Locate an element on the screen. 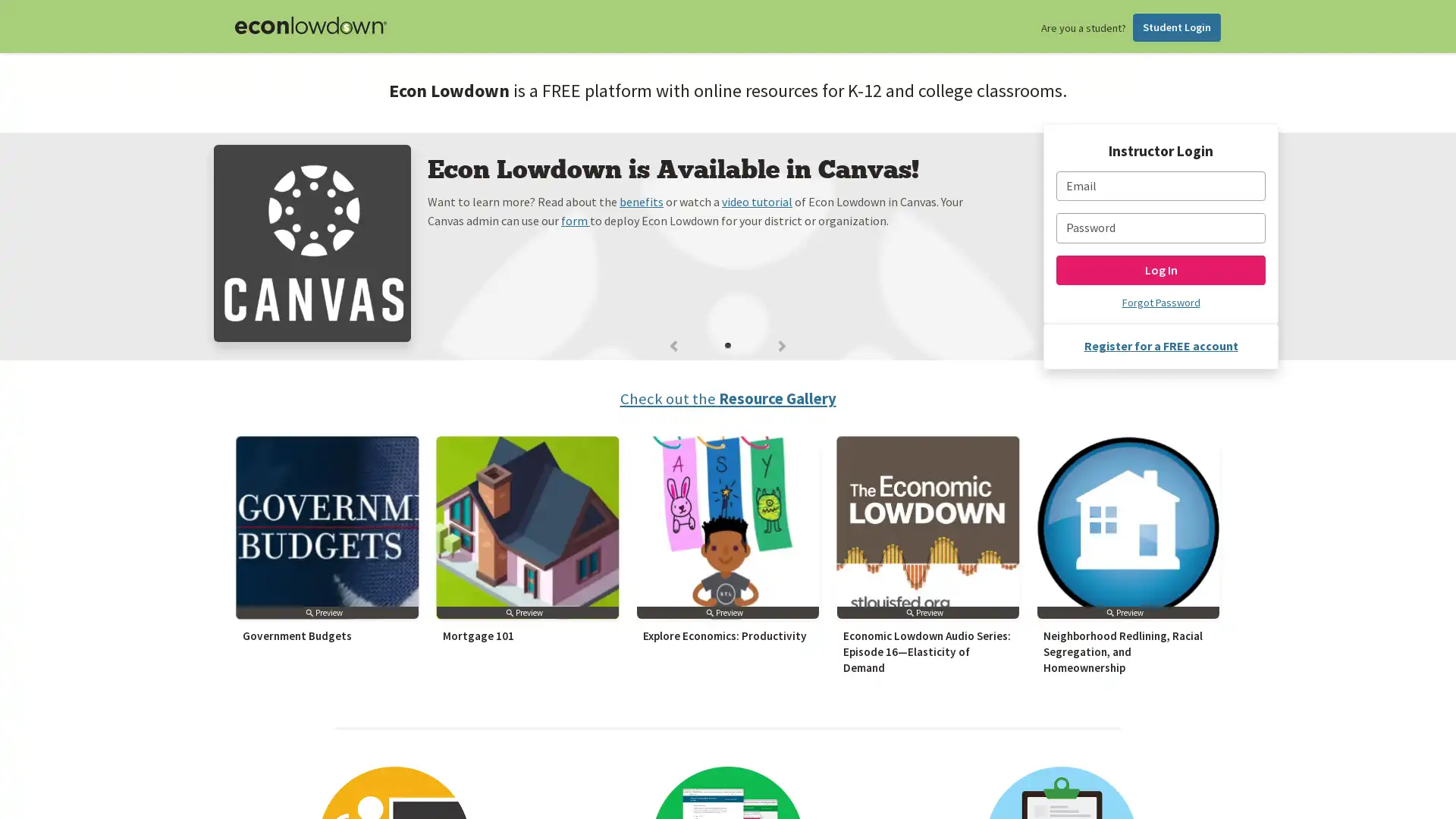  Log In is located at coordinates (1160, 268).